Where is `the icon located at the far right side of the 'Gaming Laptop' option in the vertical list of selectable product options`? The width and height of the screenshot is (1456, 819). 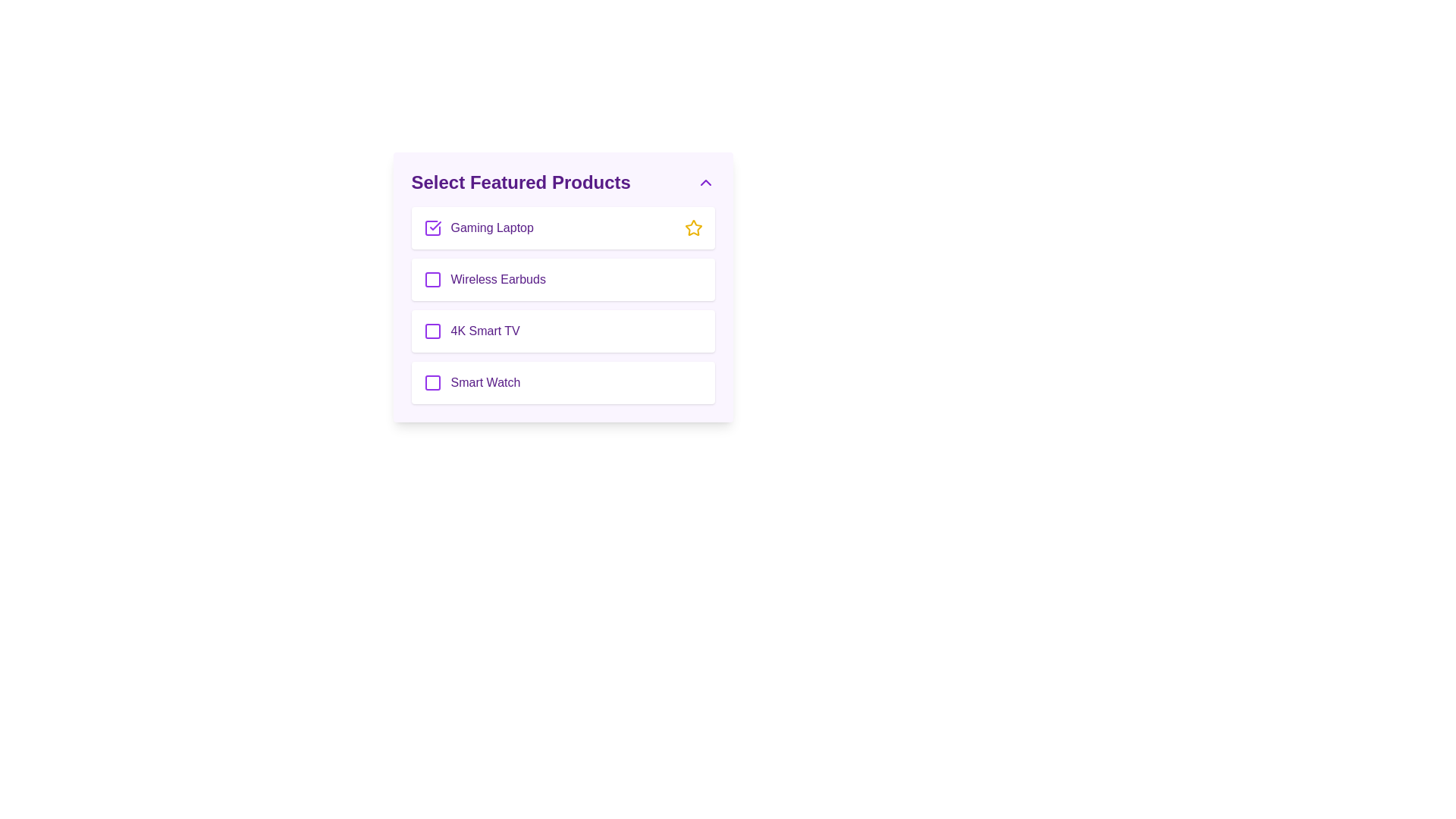
the icon located at the far right side of the 'Gaming Laptop' option in the vertical list of selectable product options is located at coordinates (692, 227).